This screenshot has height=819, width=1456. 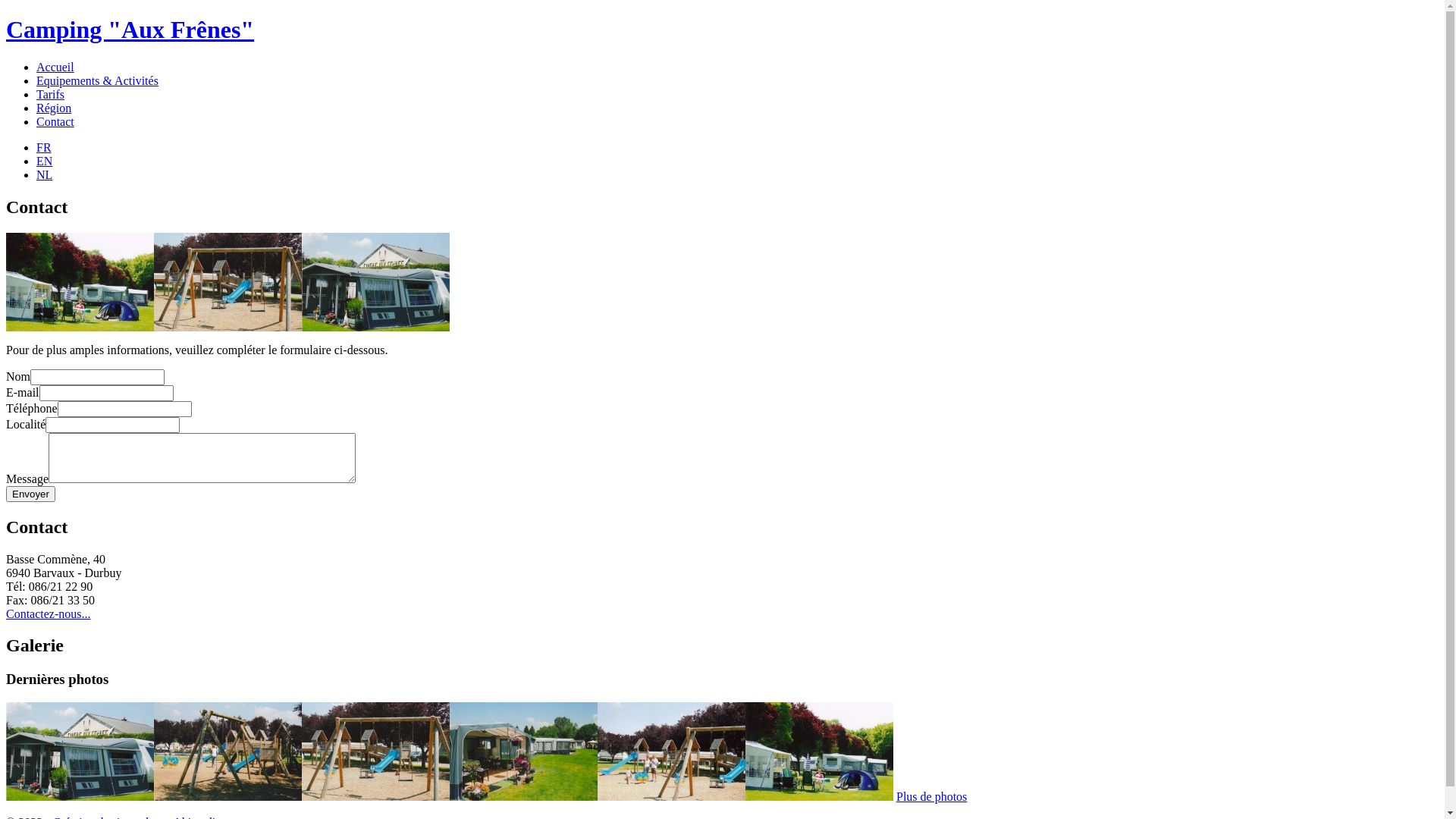 I want to click on 'Plaine de jeux', so click(x=670, y=795).